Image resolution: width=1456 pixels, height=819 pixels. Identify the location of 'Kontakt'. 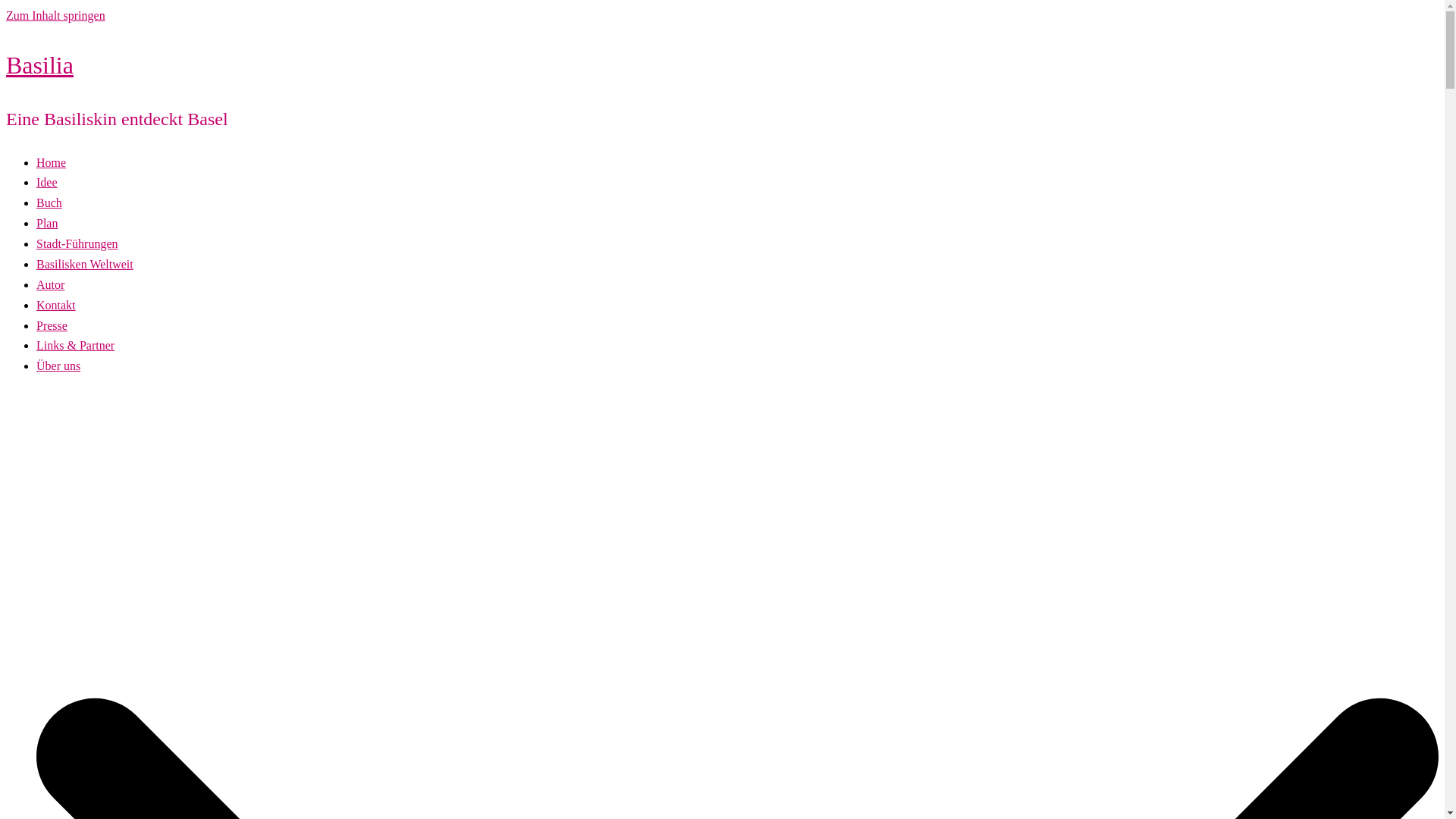
(36, 305).